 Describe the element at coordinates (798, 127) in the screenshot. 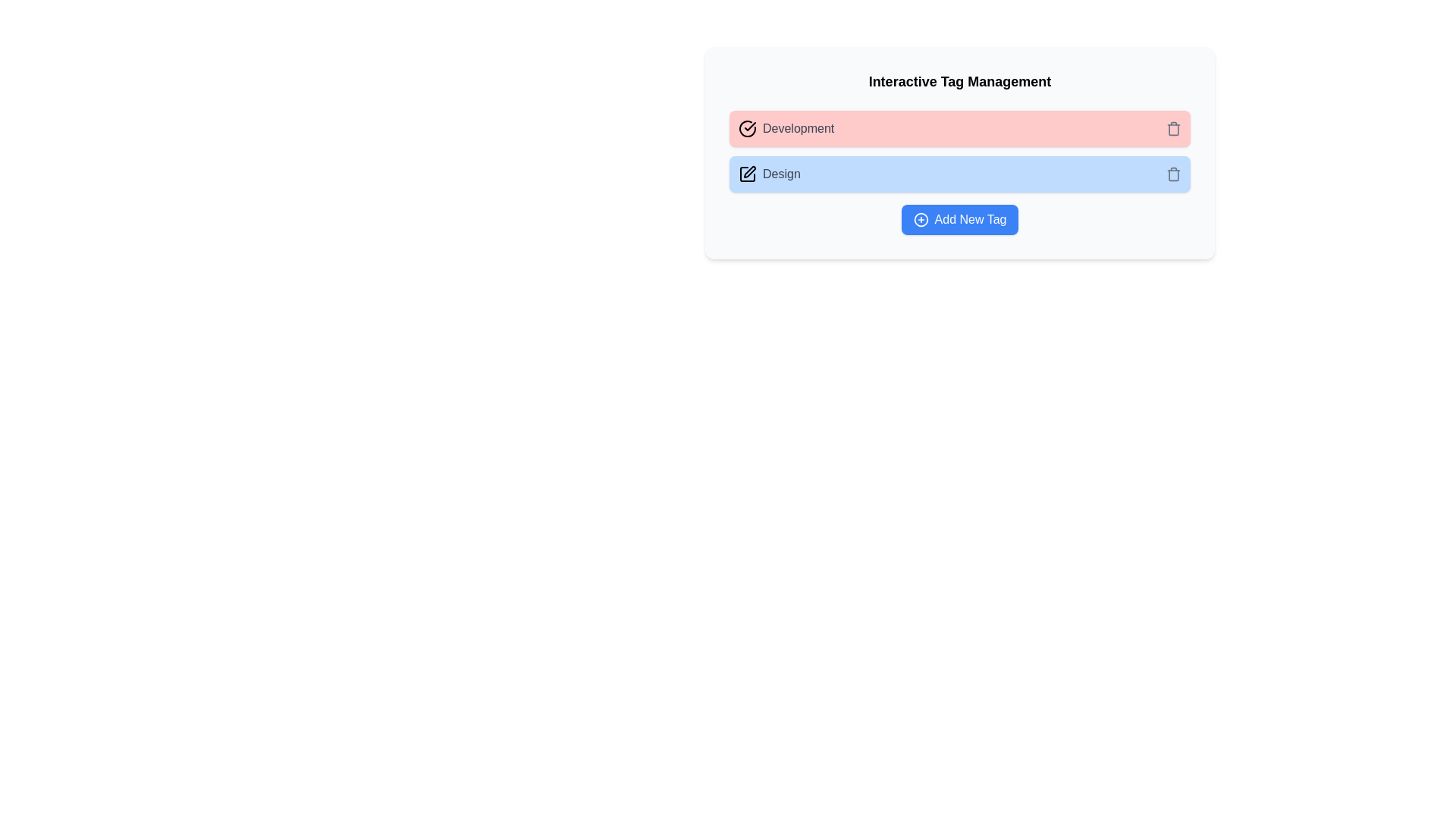

I see `the 'Development' text label, which is styled with a sans-serif font and gray color, located within a red background stripe in the 'Interactive Tag Management' group` at that location.